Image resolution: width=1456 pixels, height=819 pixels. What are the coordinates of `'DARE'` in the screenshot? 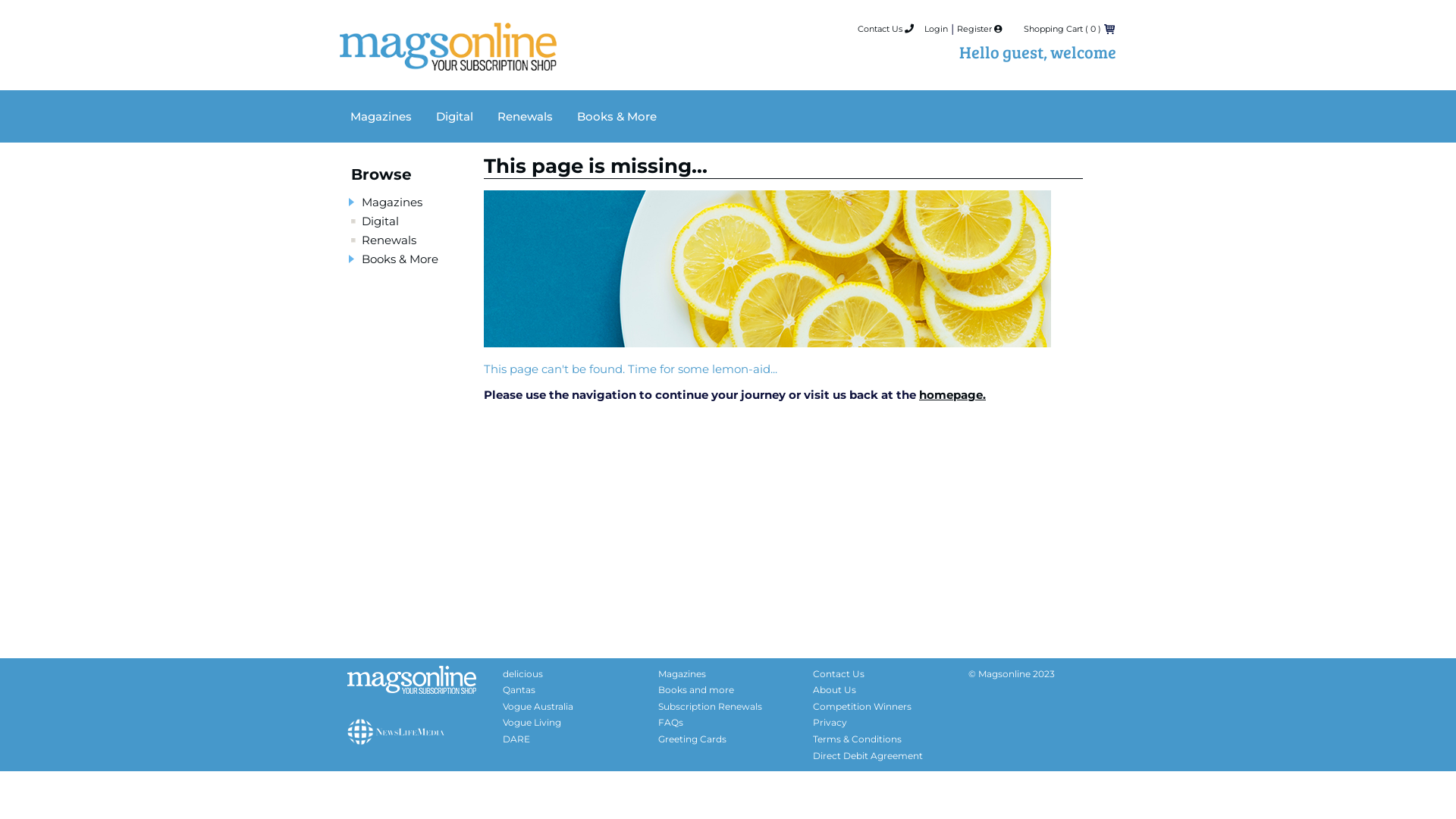 It's located at (516, 738).